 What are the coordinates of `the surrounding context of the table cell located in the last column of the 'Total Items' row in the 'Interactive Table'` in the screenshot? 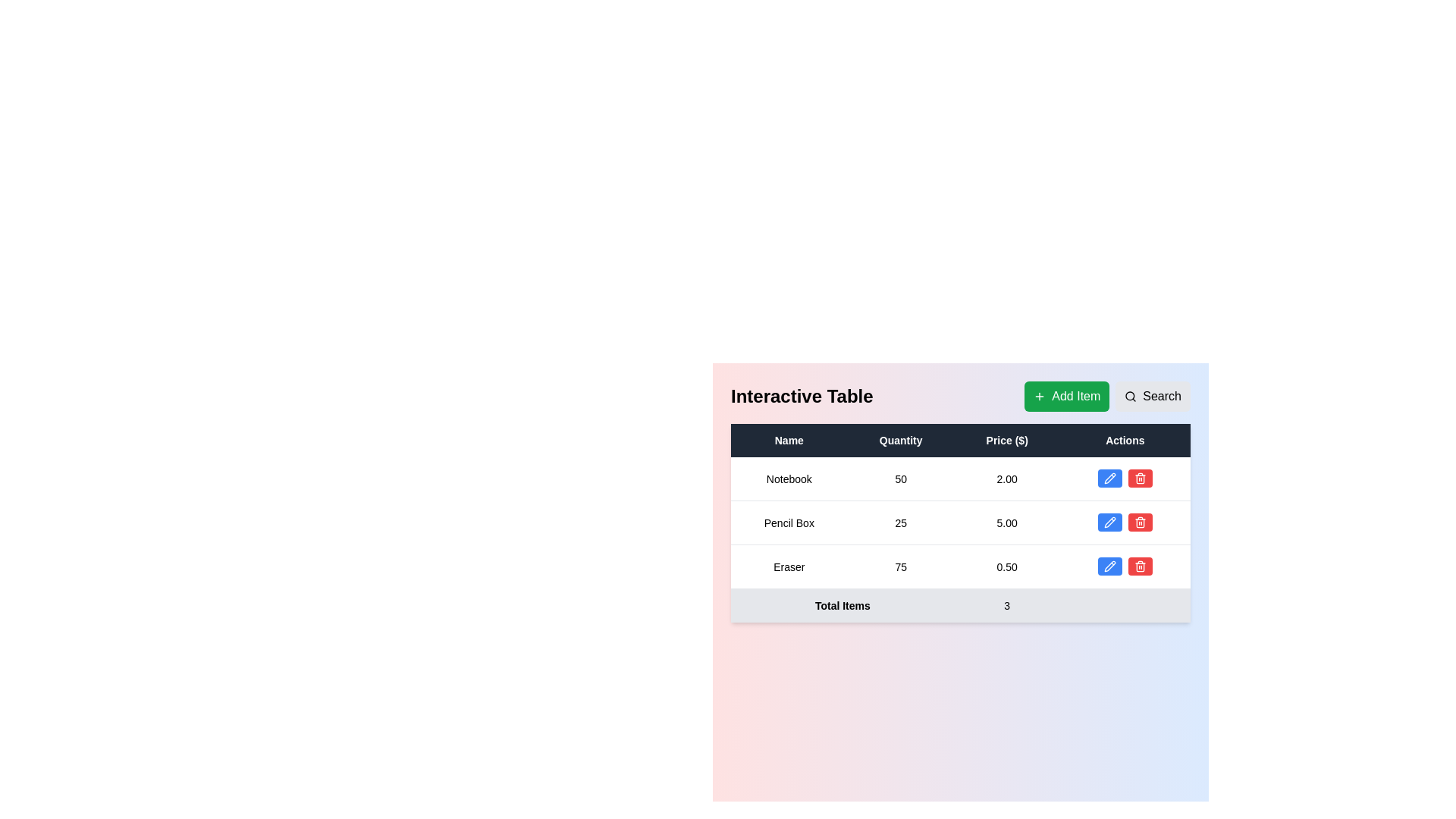 It's located at (1125, 604).